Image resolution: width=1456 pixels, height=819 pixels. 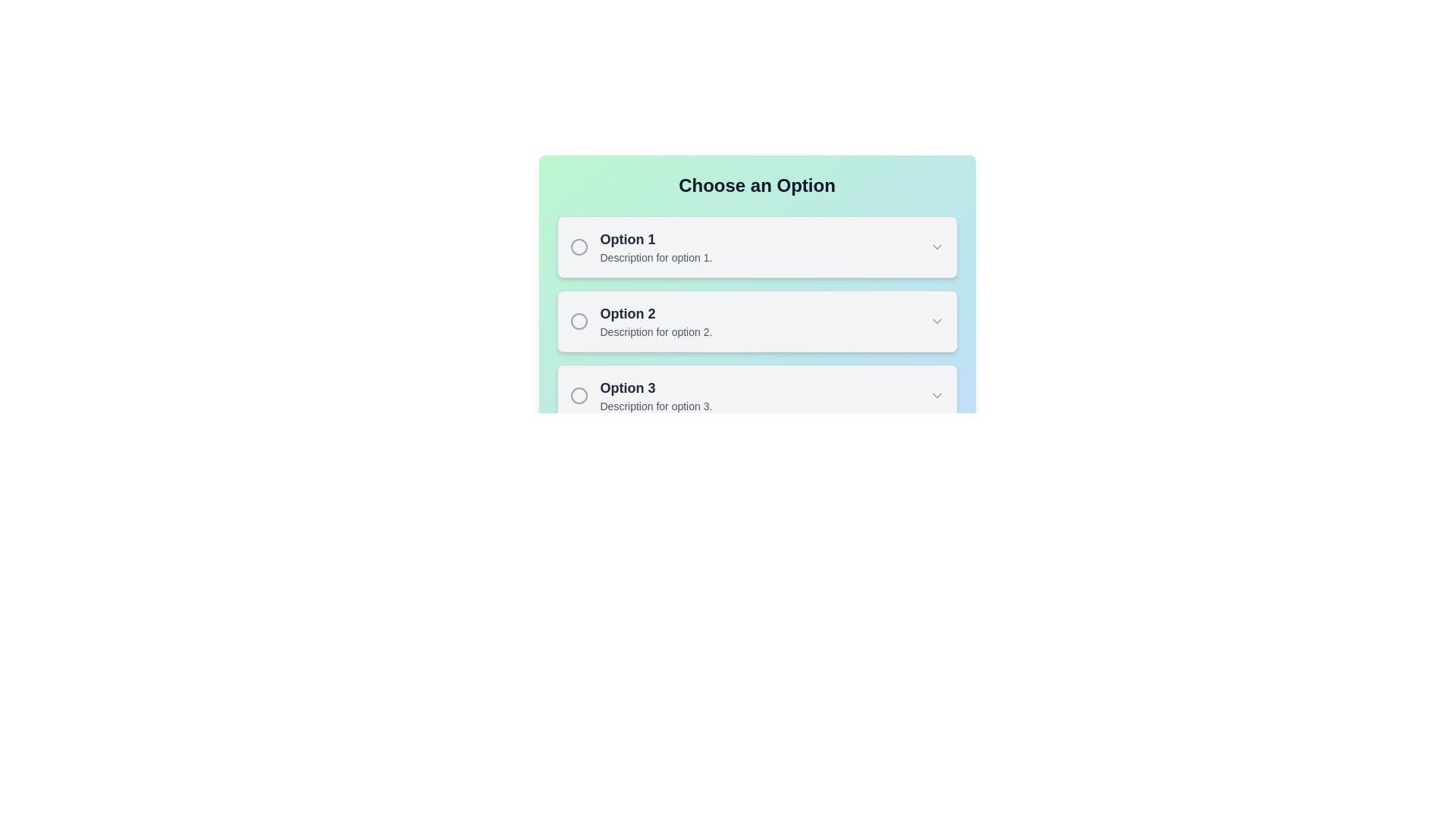 I want to click on the text block containing the bold title 'Option 2' and the subtext 'Description for option 2.' located in the center-left area of the second option card, so click(x=656, y=321).